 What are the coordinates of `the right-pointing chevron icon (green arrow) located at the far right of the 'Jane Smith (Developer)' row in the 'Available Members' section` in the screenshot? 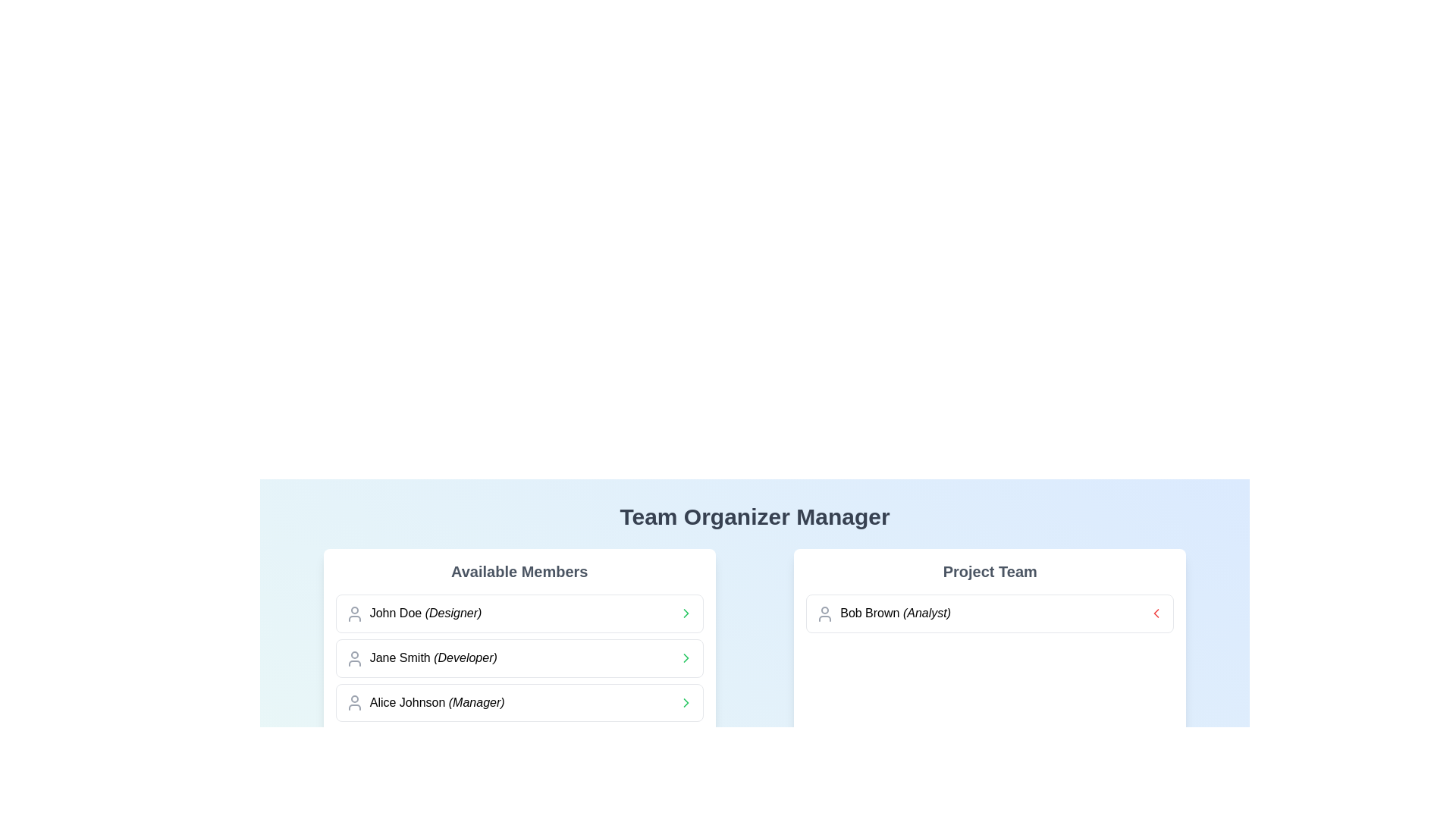 It's located at (685, 702).